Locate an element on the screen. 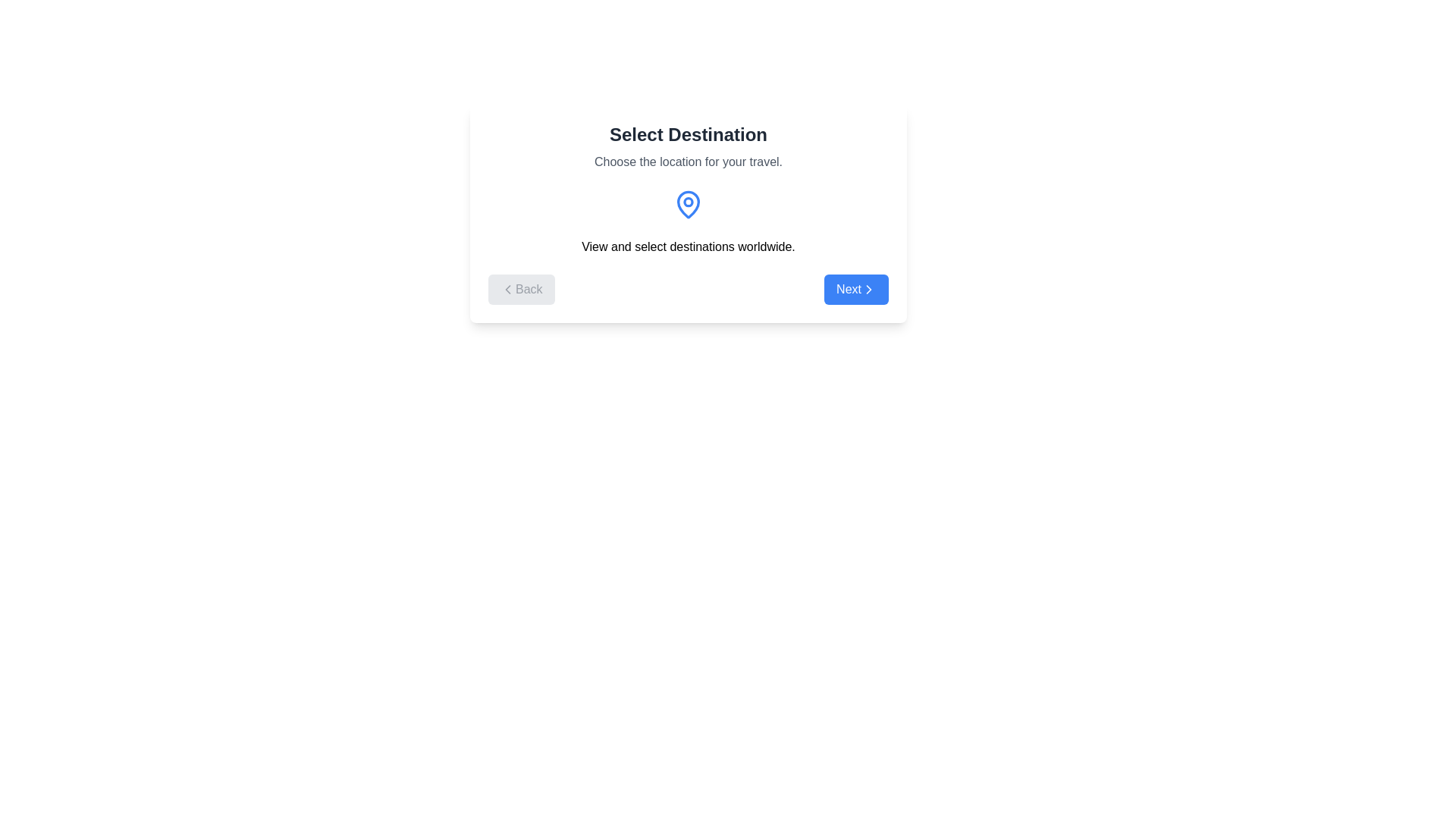  the Chevron arrow icon located at the right side of the blue 'Next' button is located at coordinates (869, 289).